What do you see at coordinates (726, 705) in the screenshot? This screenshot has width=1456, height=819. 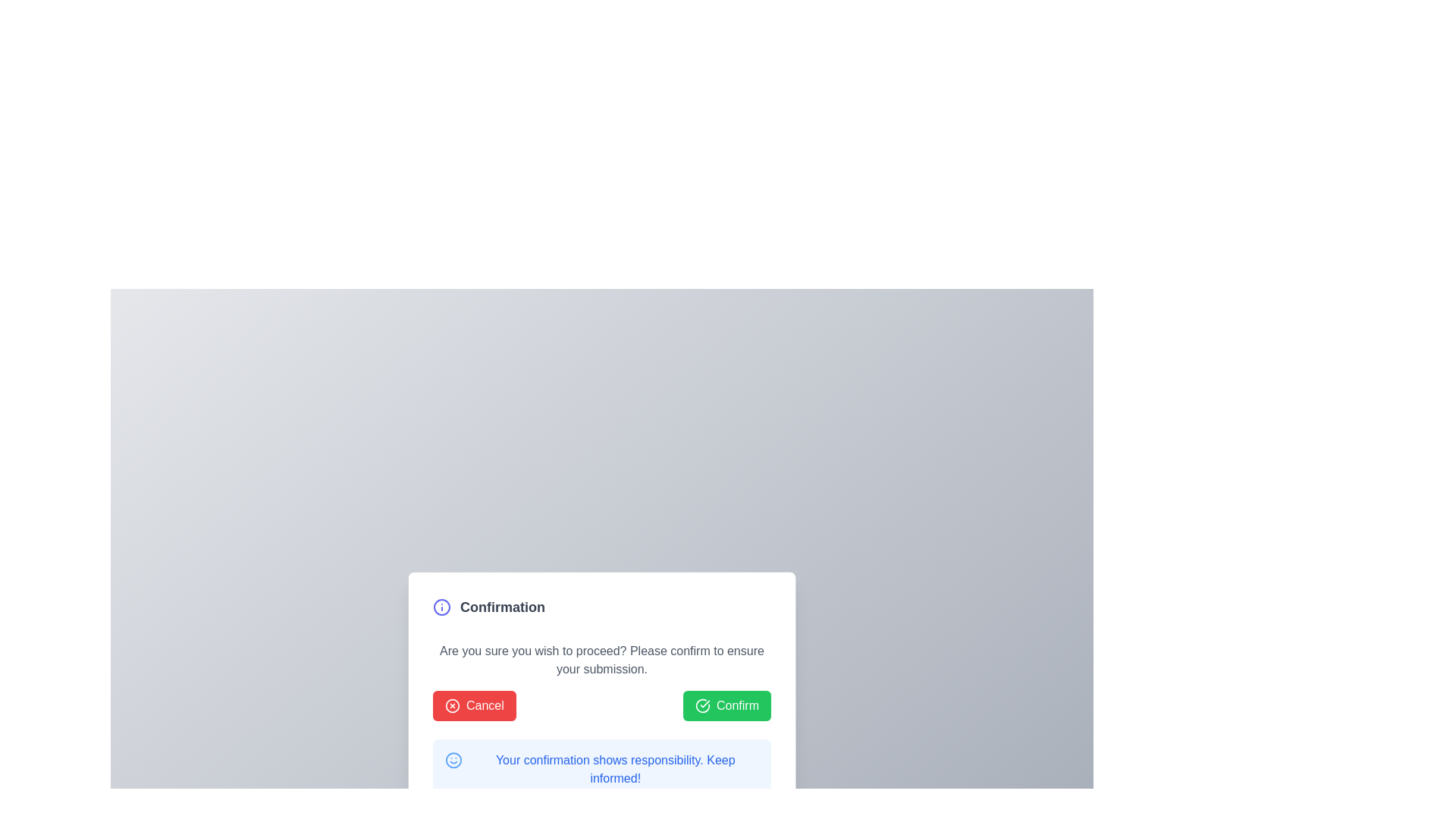 I see `the 'Confirm' button with a green background and a circular checkmark icon located in the footer section of the modal window` at bounding box center [726, 705].